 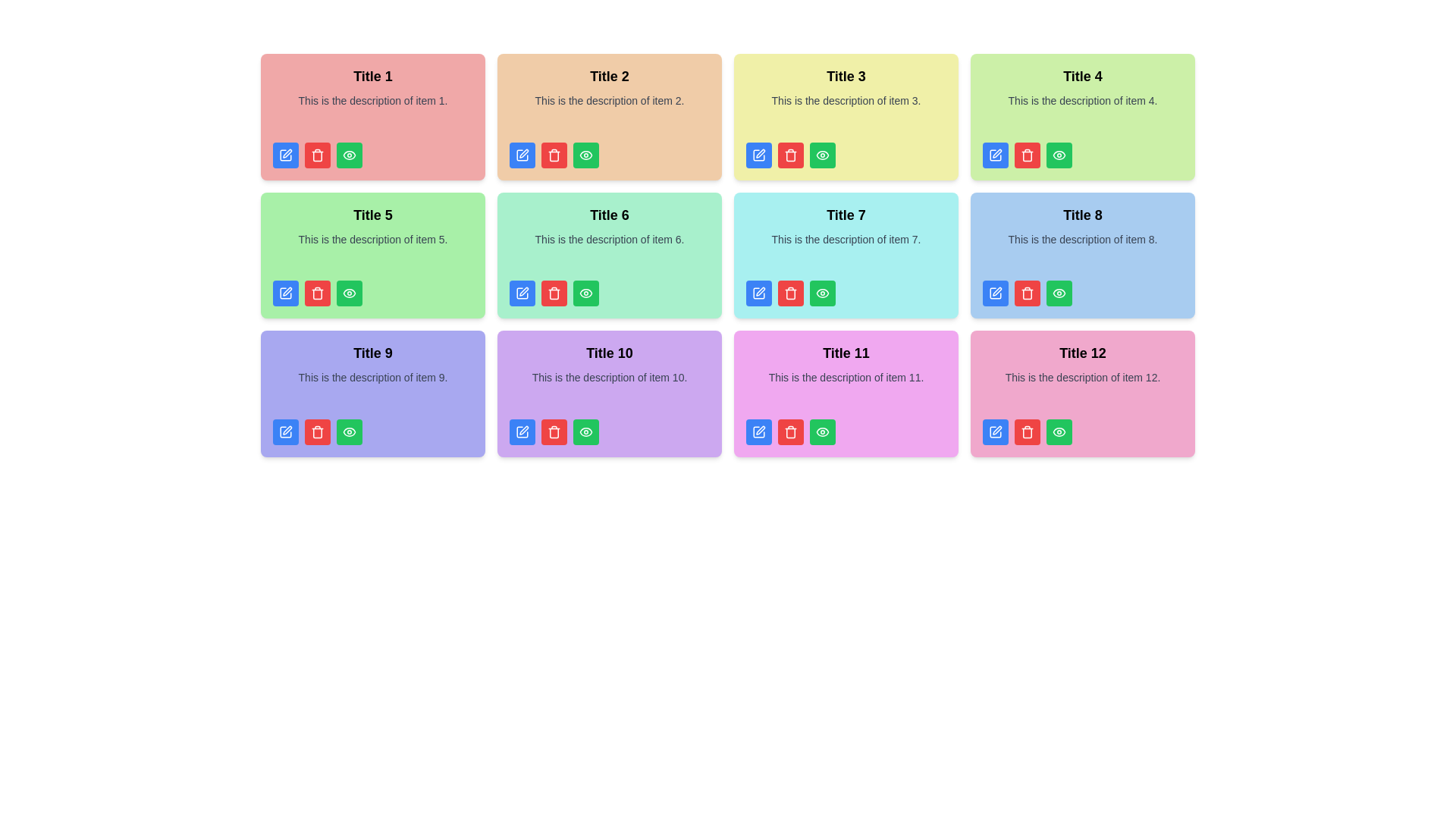 I want to click on the trash can icon button located between the blue pencil icon and the green eye icon, so click(x=789, y=294).